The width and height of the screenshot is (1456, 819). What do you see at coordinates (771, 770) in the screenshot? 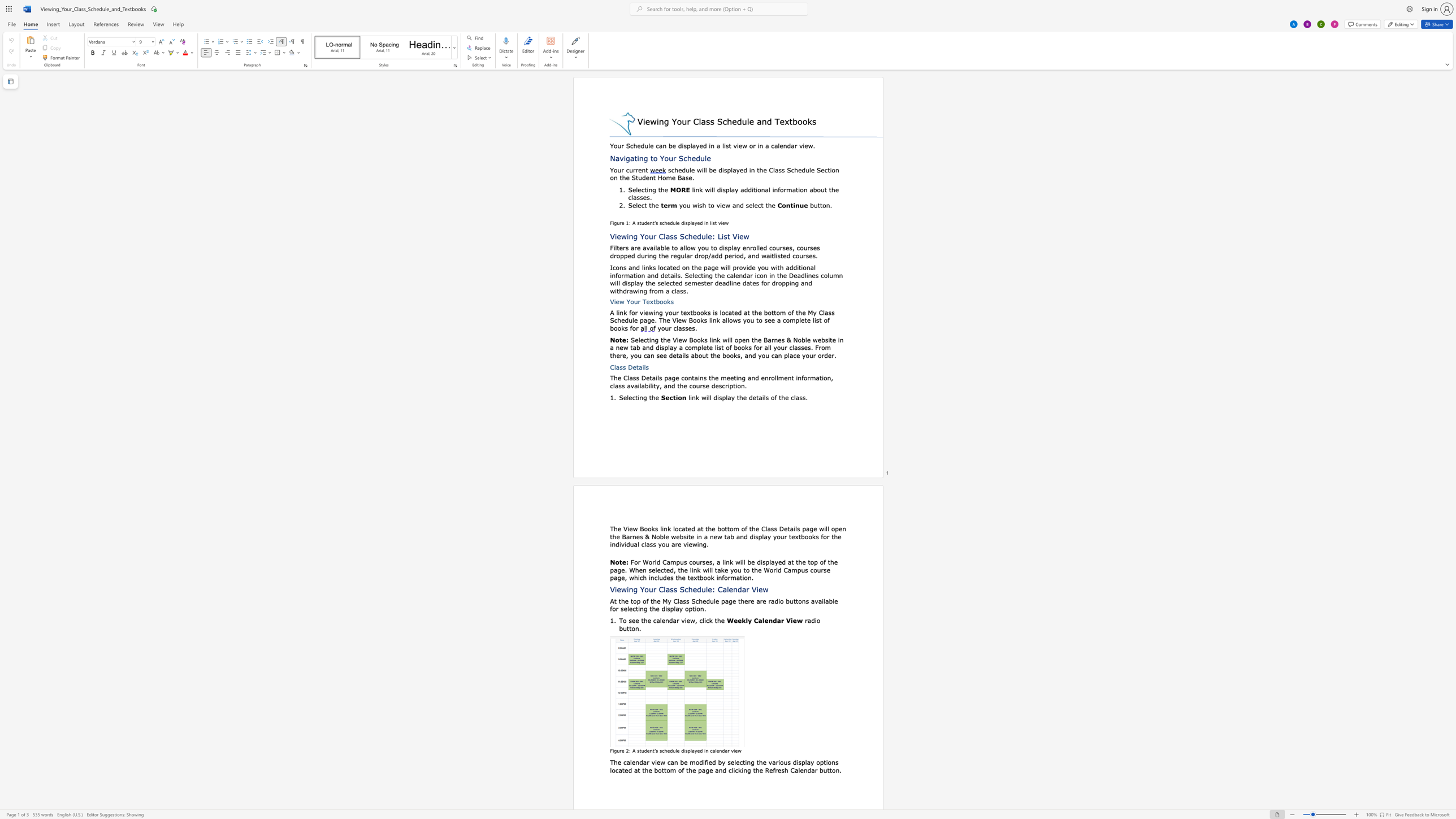
I see `the 5th character "e" in the text` at bounding box center [771, 770].